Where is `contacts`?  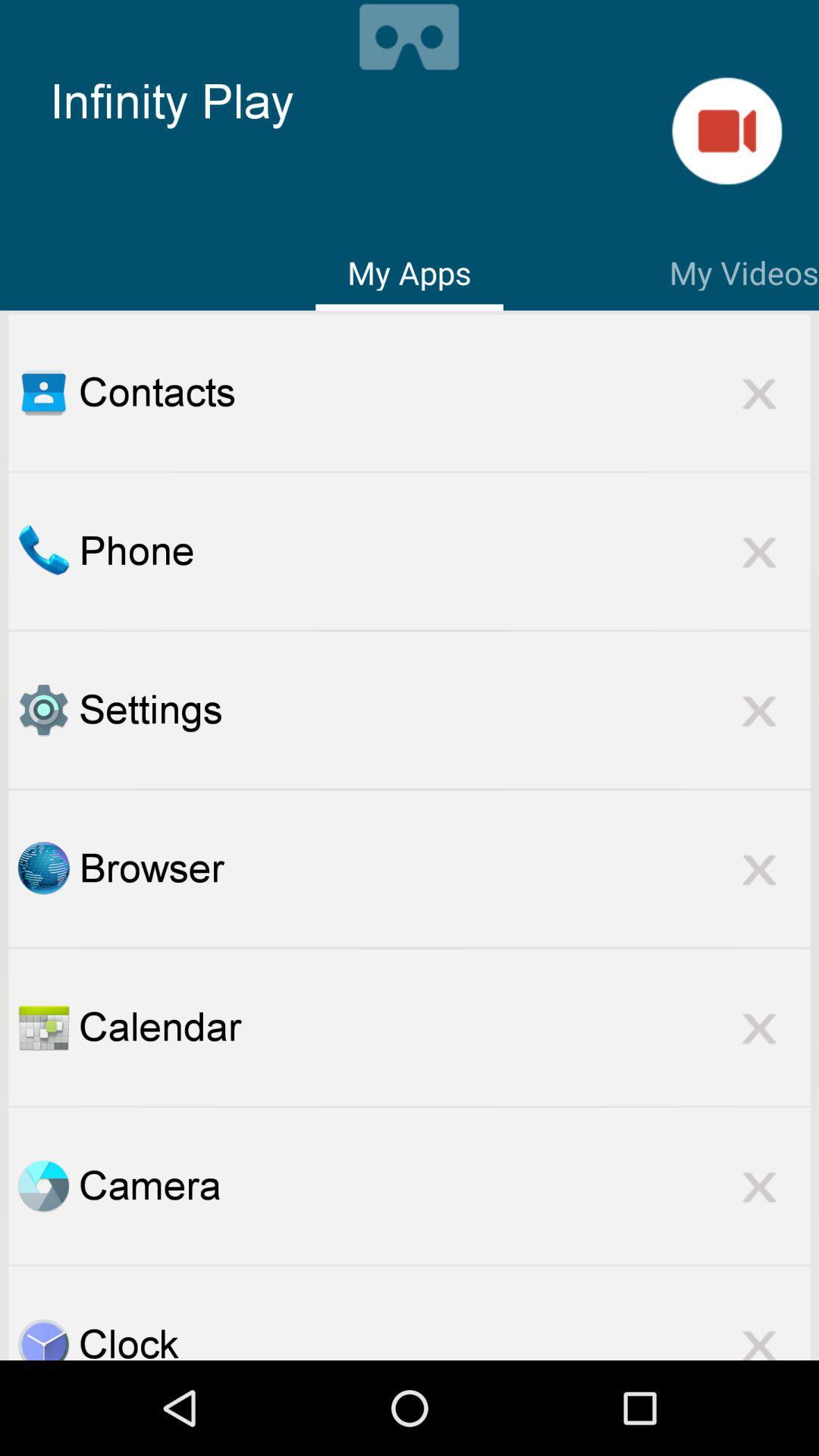 contacts is located at coordinates (42, 392).